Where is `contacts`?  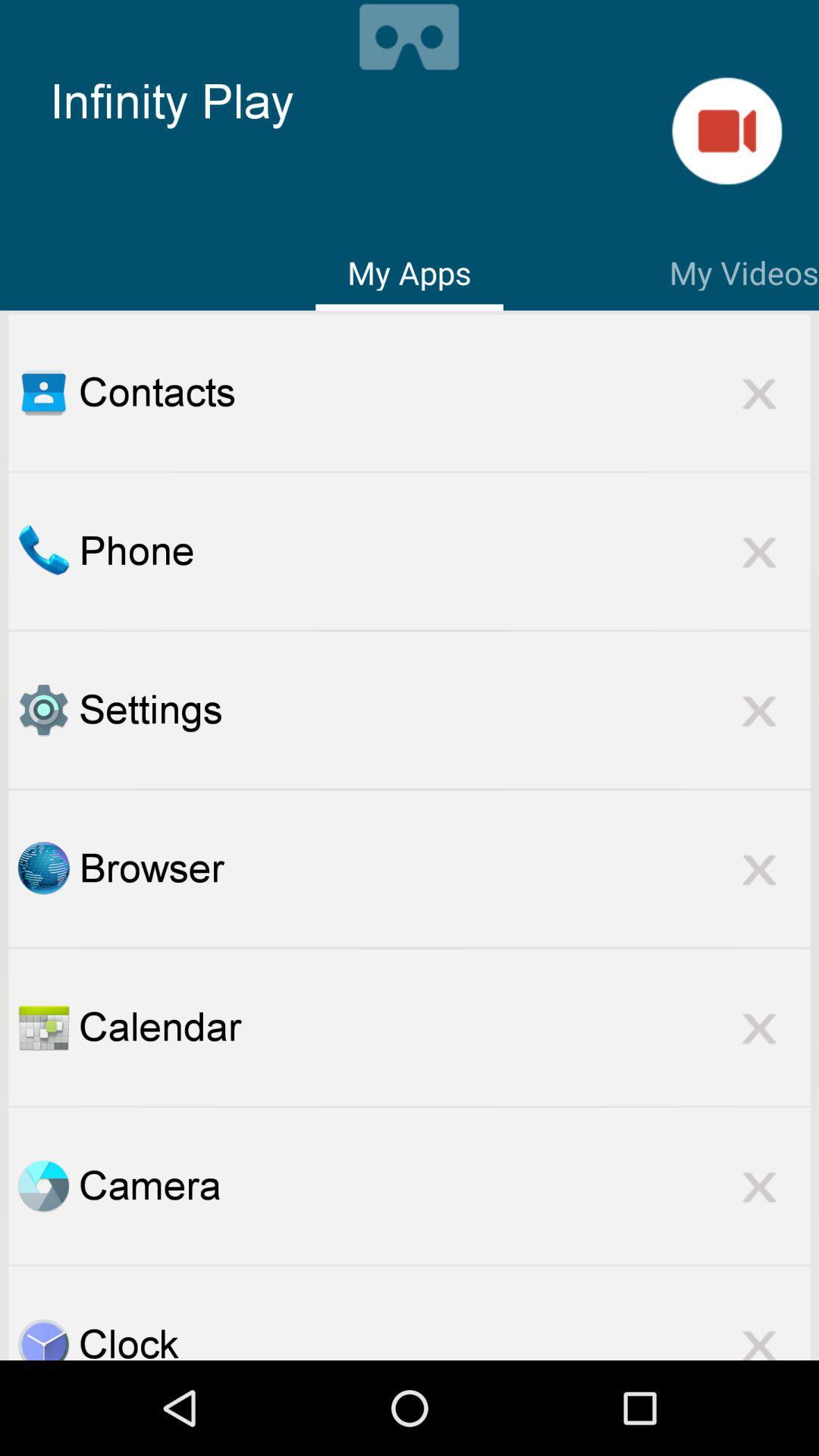 contacts is located at coordinates (42, 392).